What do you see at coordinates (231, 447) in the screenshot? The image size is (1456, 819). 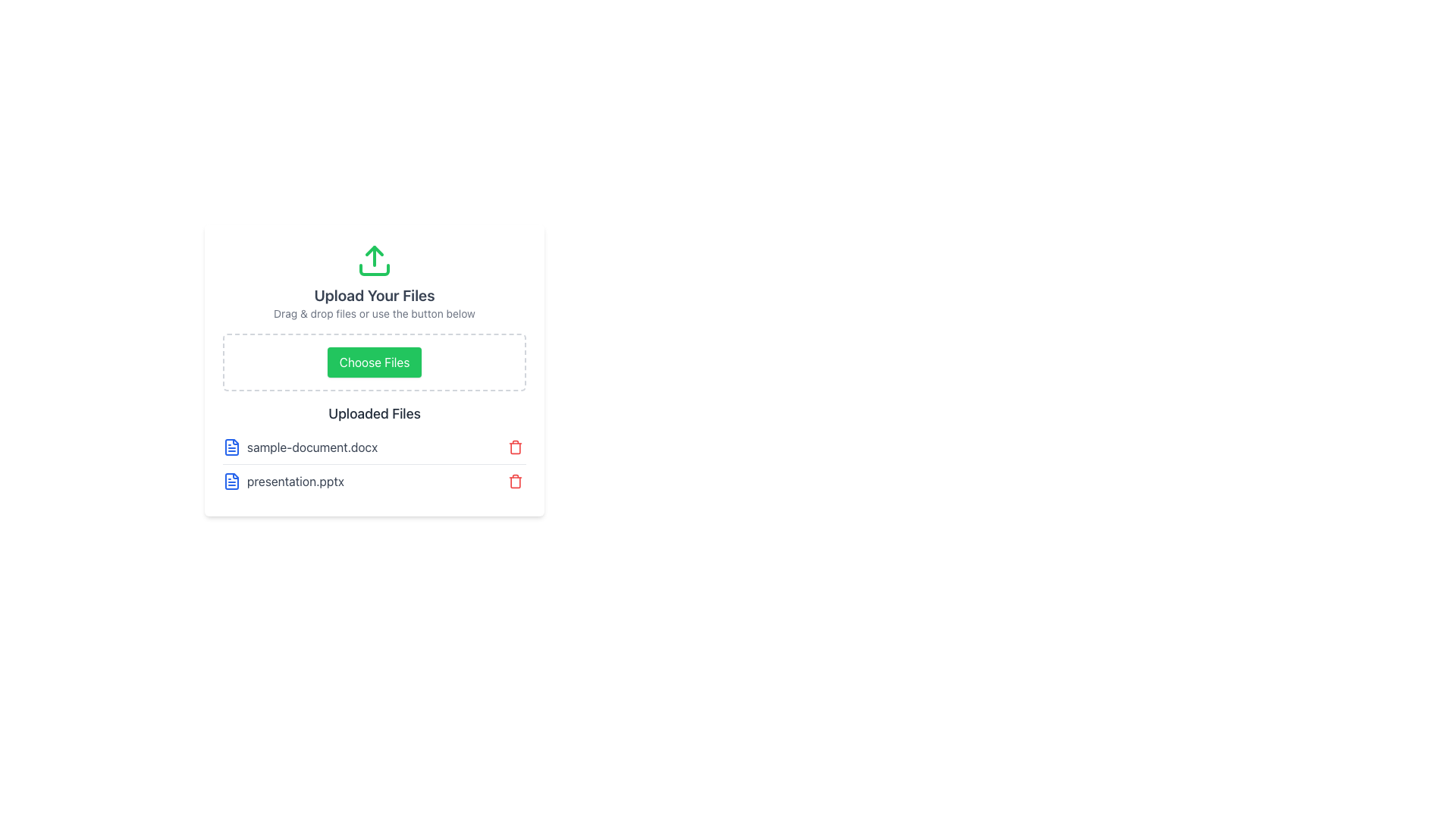 I see `the blue document icon located to the left of 'sample-document.docx' in the 'Uploaded Files' section` at bounding box center [231, 447].